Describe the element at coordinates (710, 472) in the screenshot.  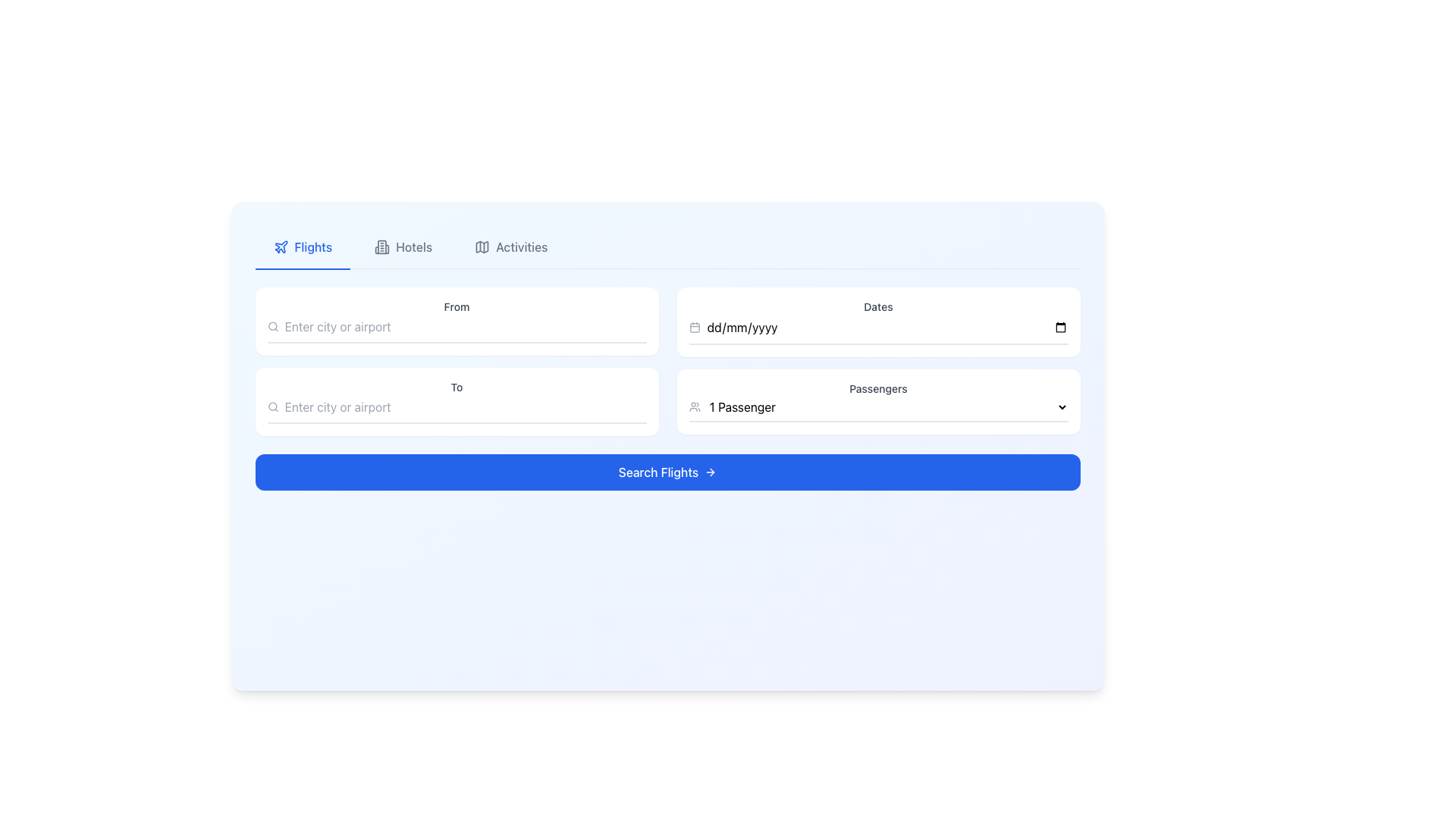
I see `the blue button labeled 'Search Flights' that contains the right-arrow icon` at that location.